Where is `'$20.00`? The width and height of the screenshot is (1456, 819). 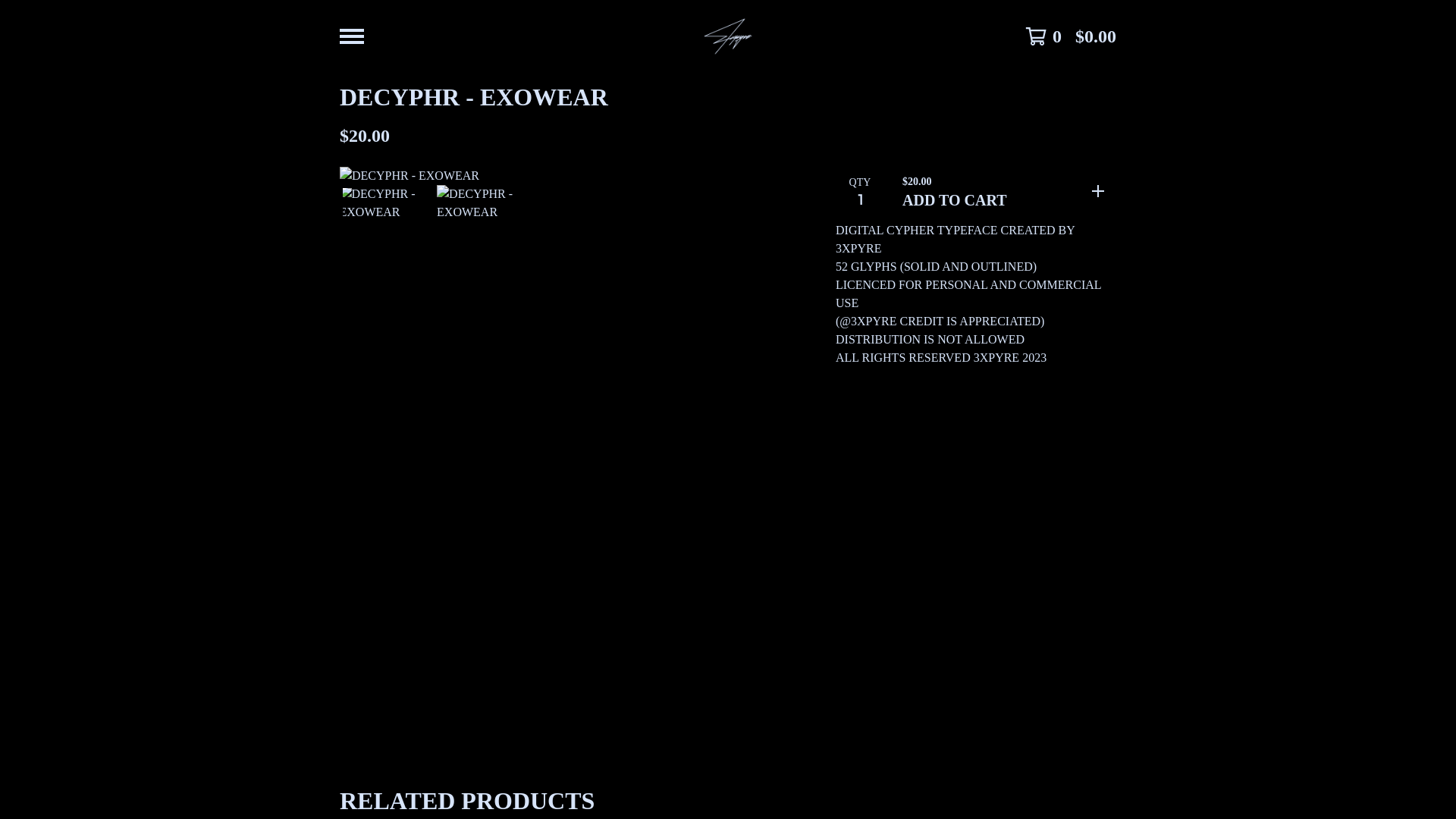 '$20.00 is located at coordinates (1003, 190).